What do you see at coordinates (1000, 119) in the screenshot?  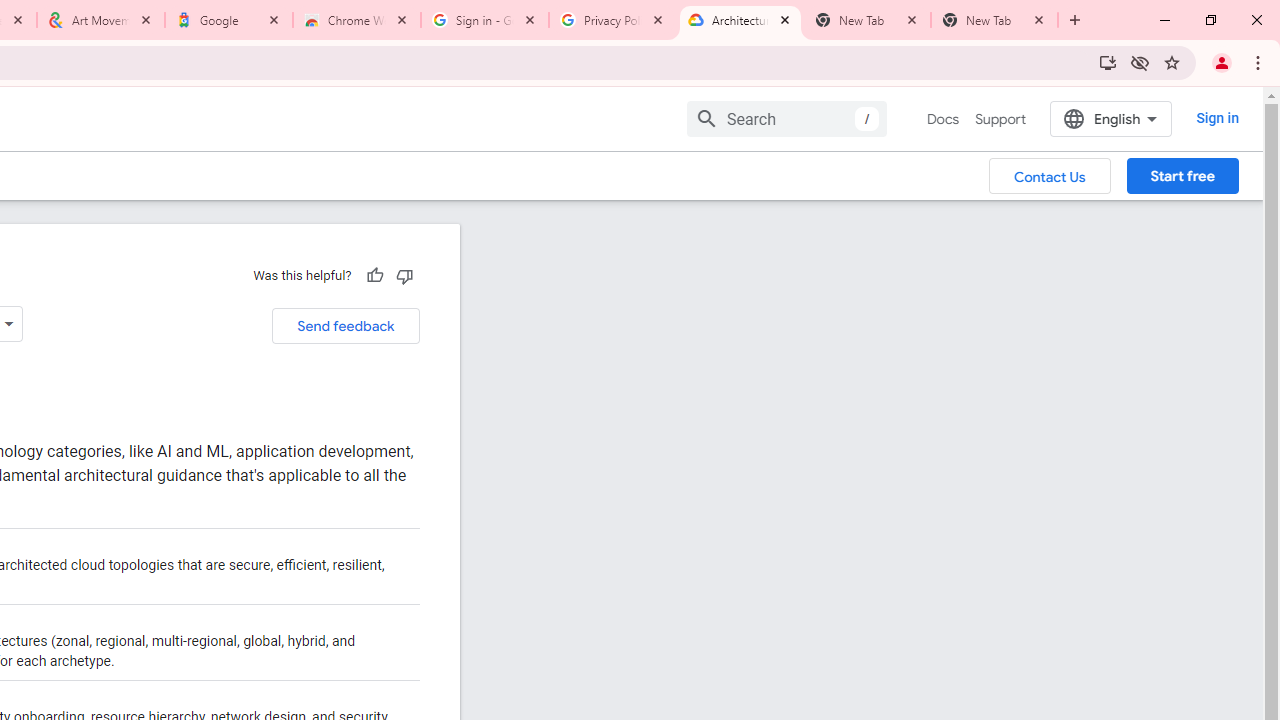 I see `'Support'` at bounding box center [1000, 119].